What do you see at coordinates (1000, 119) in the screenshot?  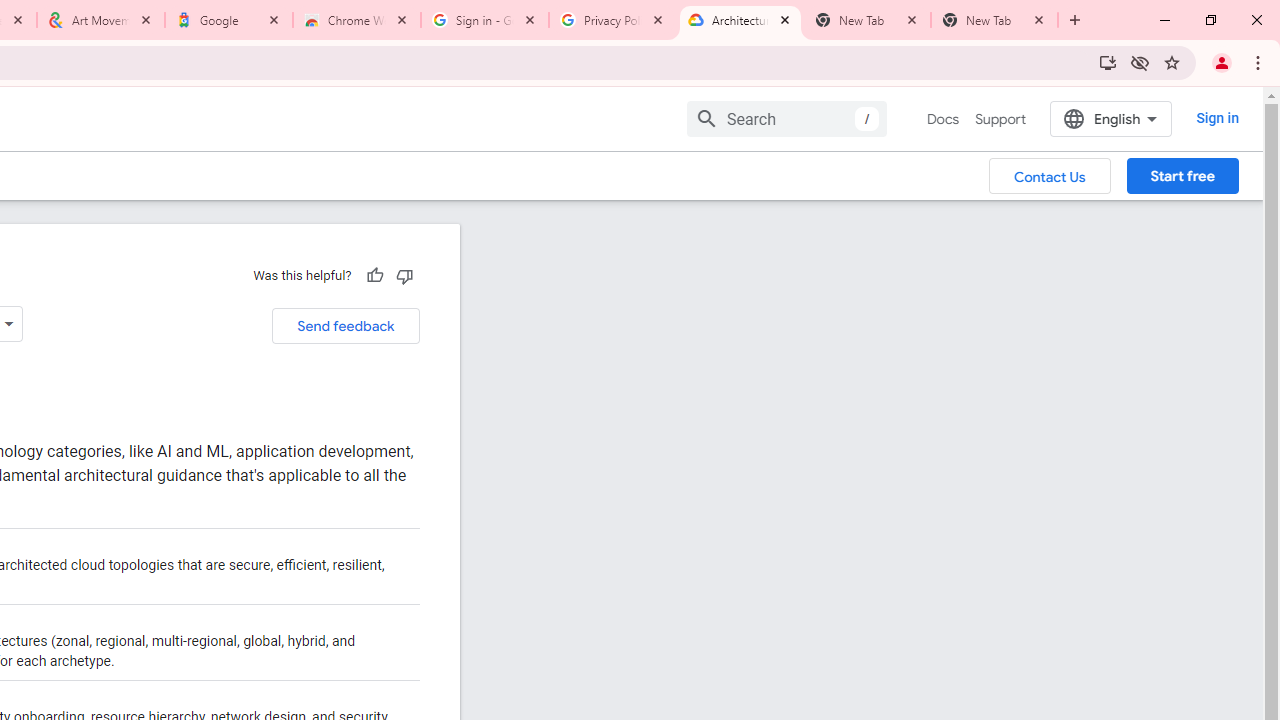 I see `'Support'` at bounding box center [1000, 119].